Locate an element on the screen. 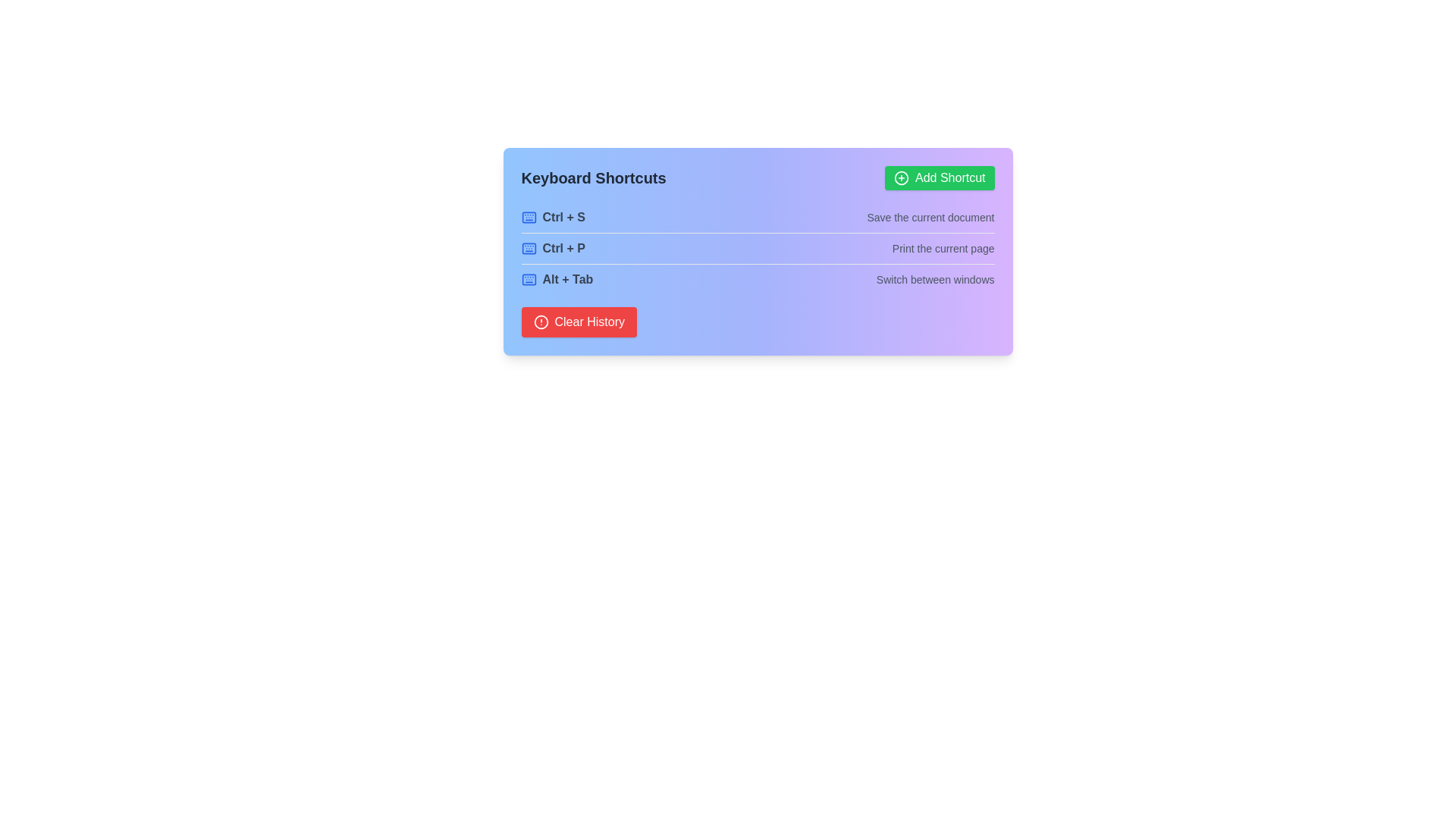  the keyboard icon with a modern design and blue tint, located to the left of the text 'Ctrl + S' is located at coordinates (529, 217).